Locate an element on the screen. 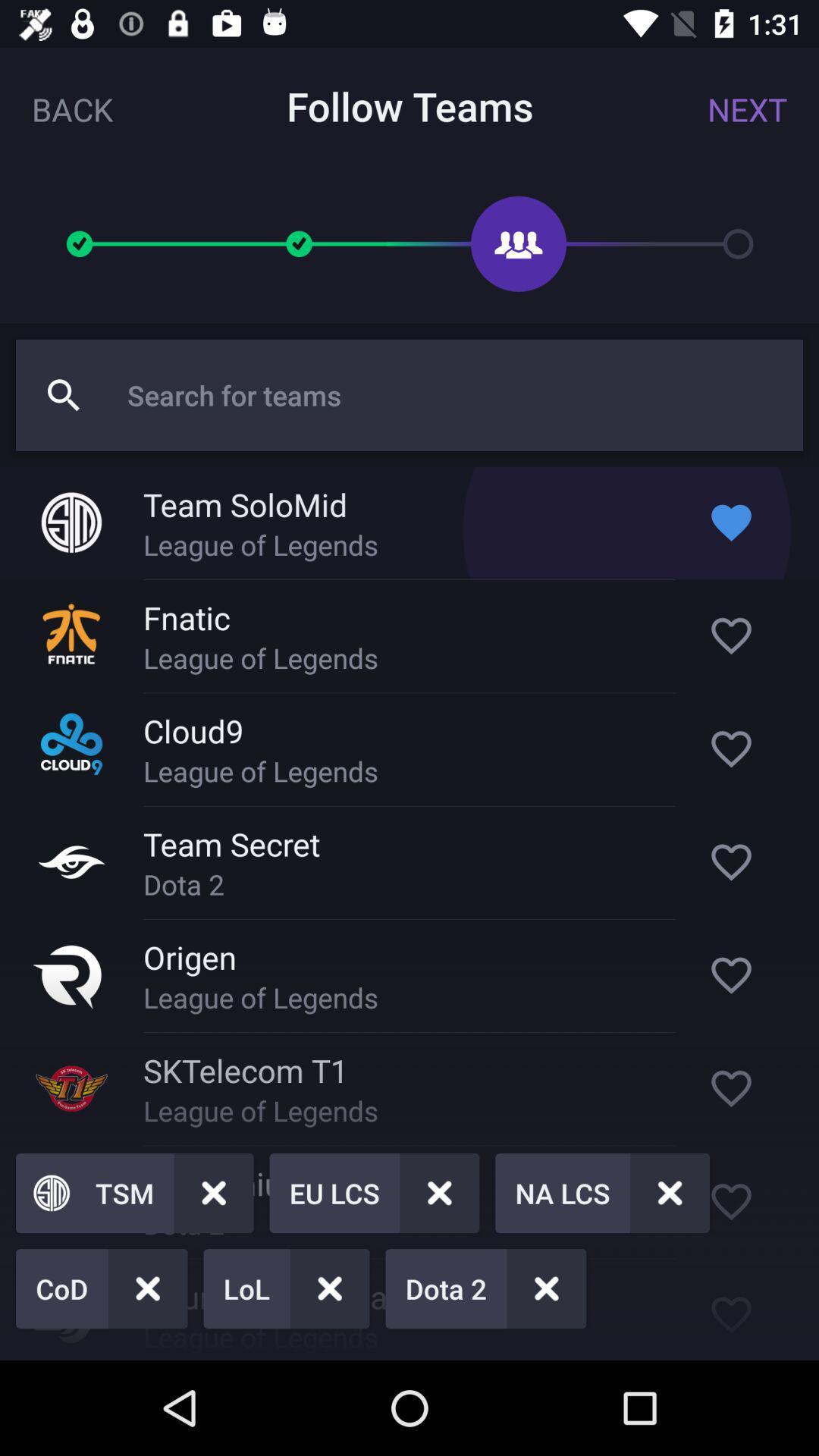 The height and width of the screenshot is (1456, 819). the back is located at coordinates (72, 108).